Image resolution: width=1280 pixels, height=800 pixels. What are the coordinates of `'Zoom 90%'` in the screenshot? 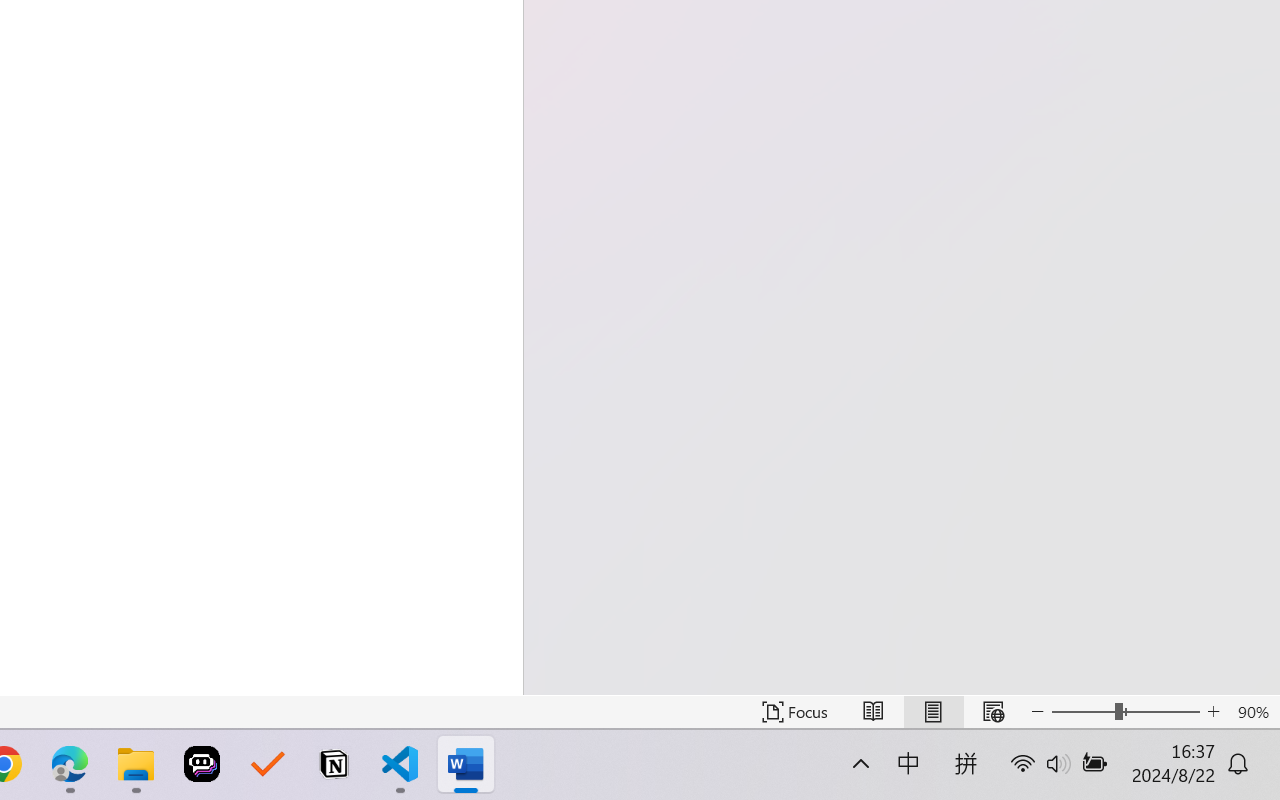 It's located at (1252, 711).